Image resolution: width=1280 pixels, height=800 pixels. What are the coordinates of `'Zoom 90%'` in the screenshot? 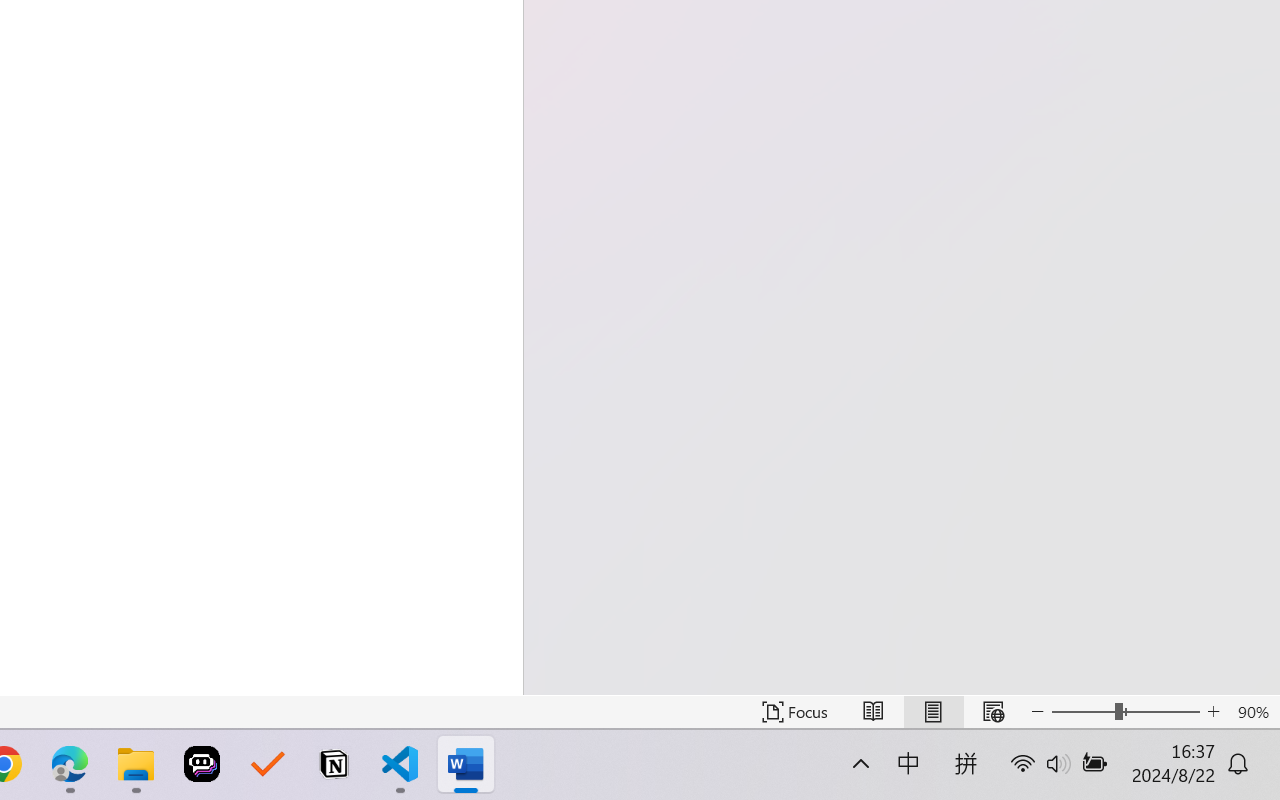 It's located at (1252, 711).